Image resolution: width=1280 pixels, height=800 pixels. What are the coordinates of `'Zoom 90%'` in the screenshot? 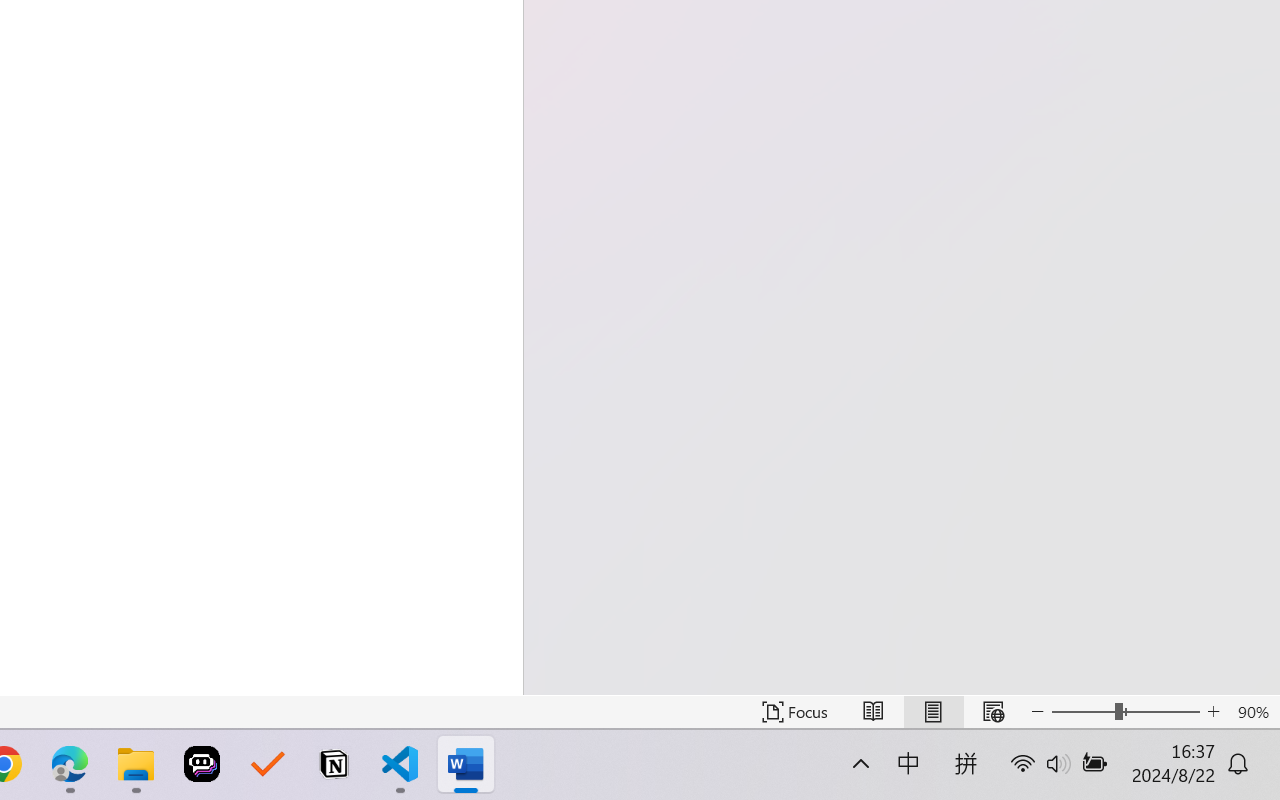 It's located at (1252, 711).